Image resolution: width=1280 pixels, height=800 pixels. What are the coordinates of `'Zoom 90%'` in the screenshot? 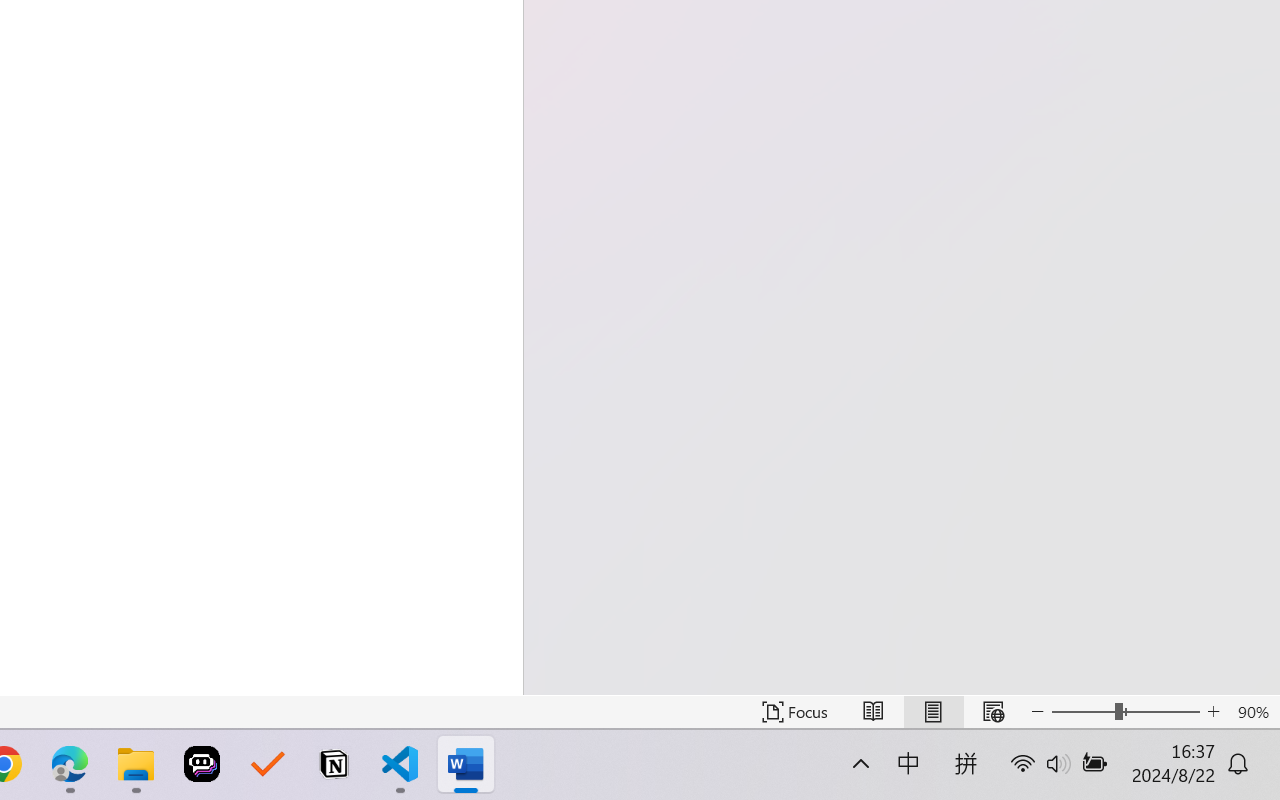 It's located at (1252, 711).